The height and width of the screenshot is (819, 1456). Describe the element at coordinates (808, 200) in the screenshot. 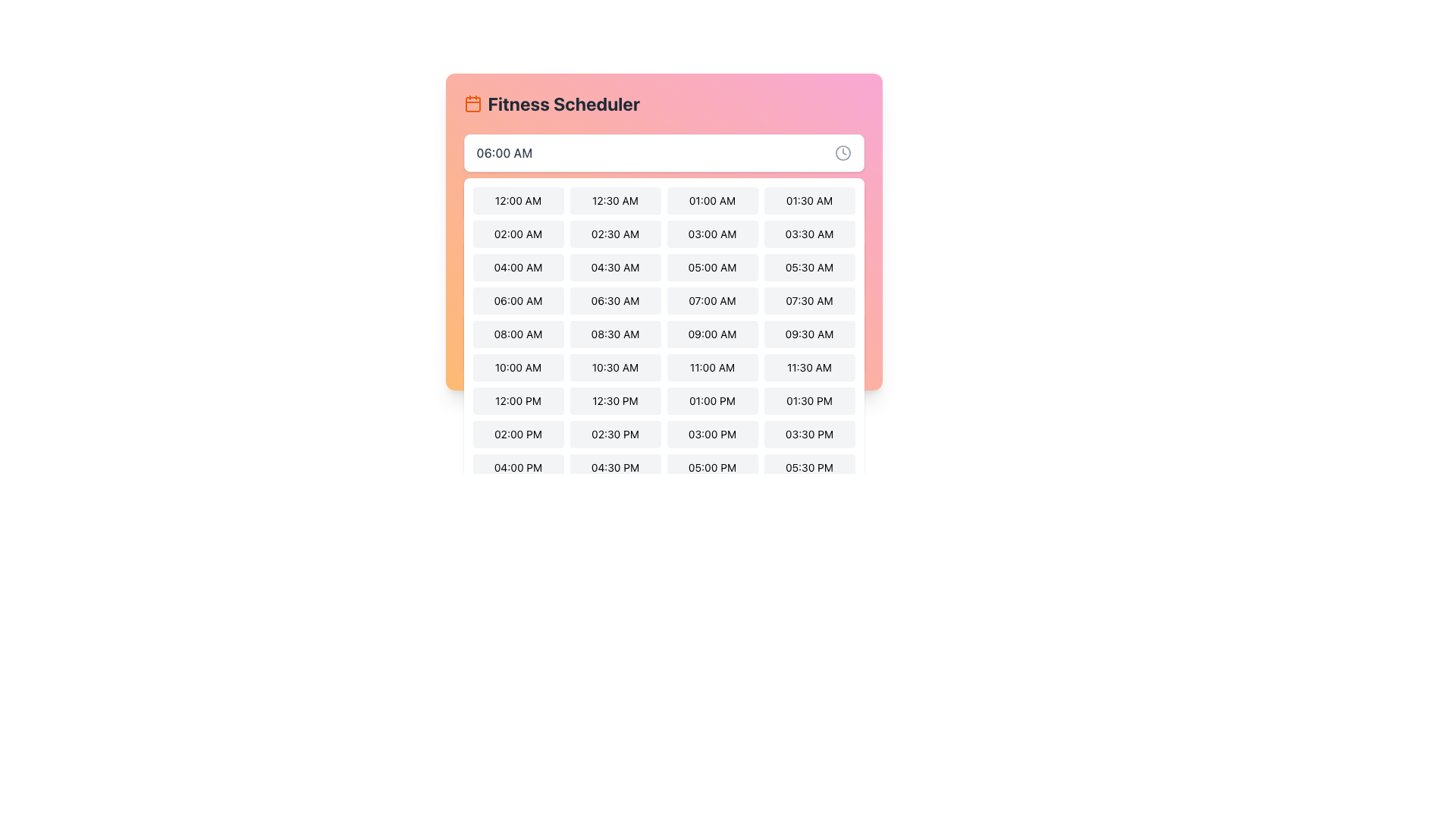

I see `the rectangular button labeled '01:30 AM' by` at that location.